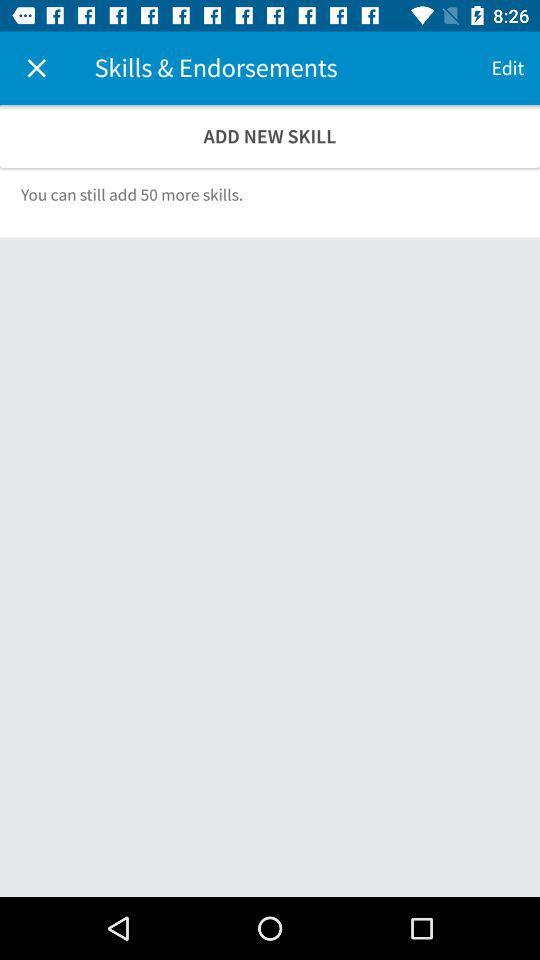 The width and height of the screenshot is (540, 960). What do you see at coordinates (270, 135) in the screenshot?
I see `icon above the you can still icon` at bounding box center [270, 135].